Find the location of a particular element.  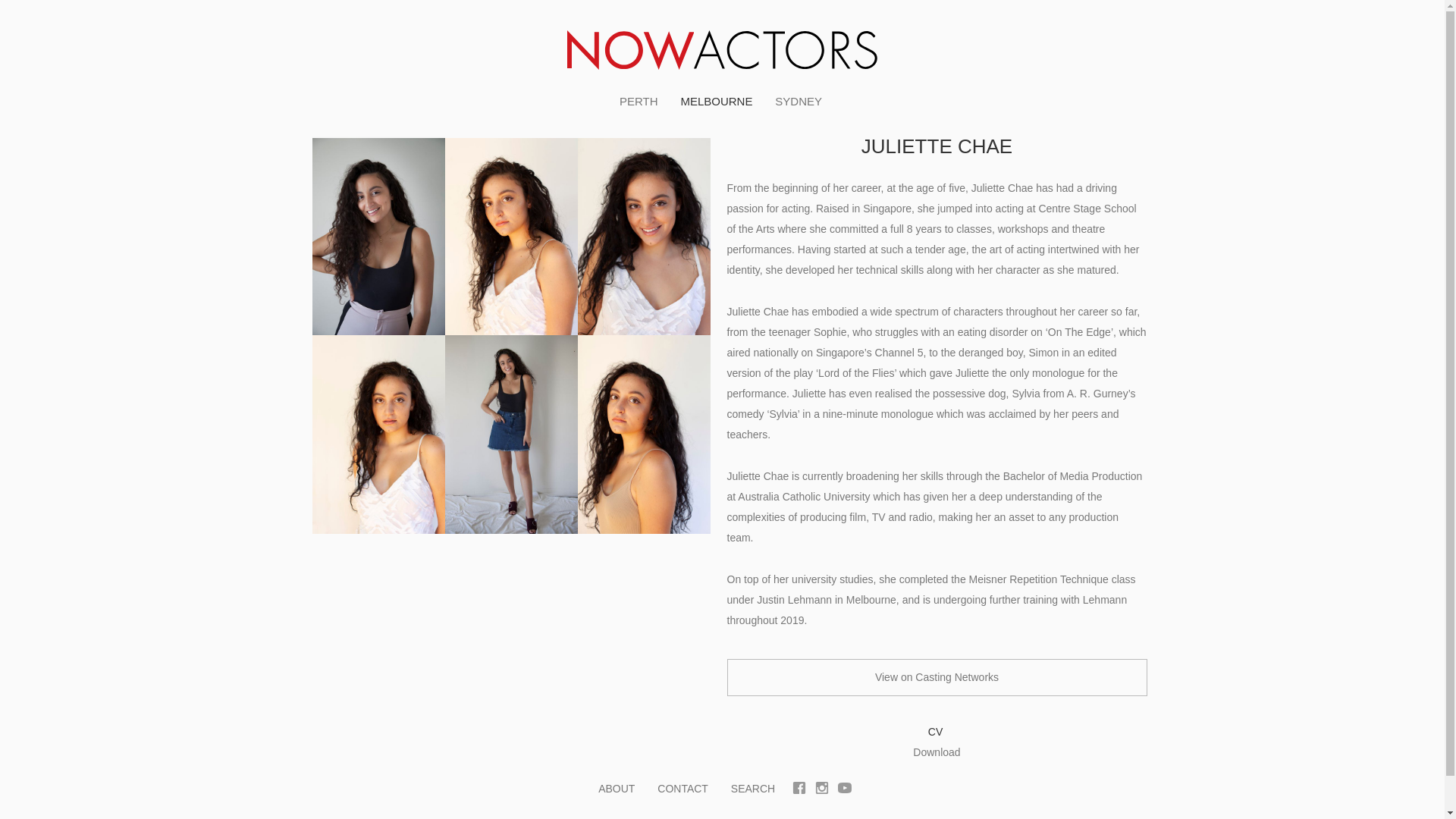

'Download' is located at coordinates (935, 752).